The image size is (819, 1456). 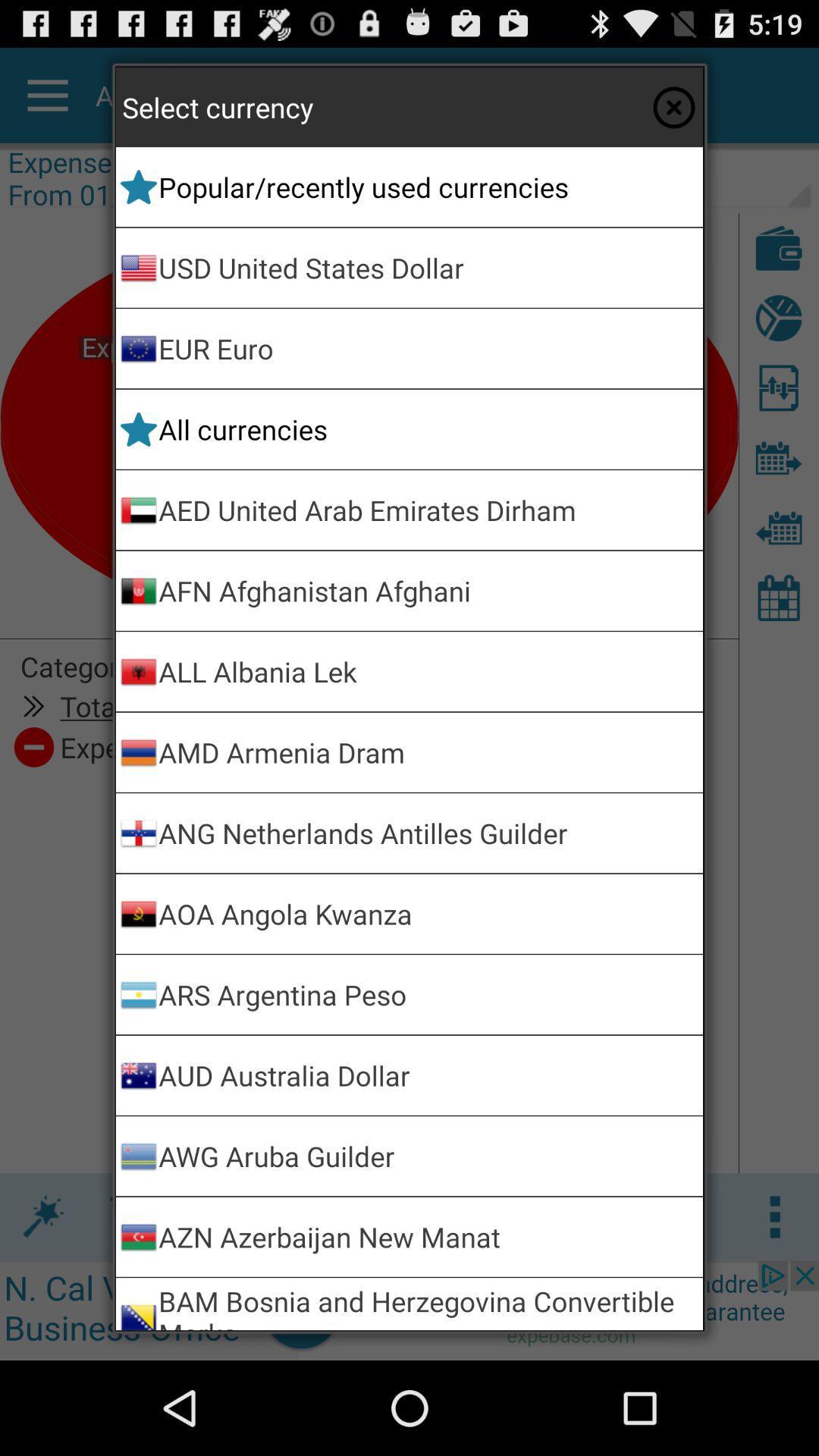 I want to click on bam bosnia and icon, so click(x=428, y=1303).